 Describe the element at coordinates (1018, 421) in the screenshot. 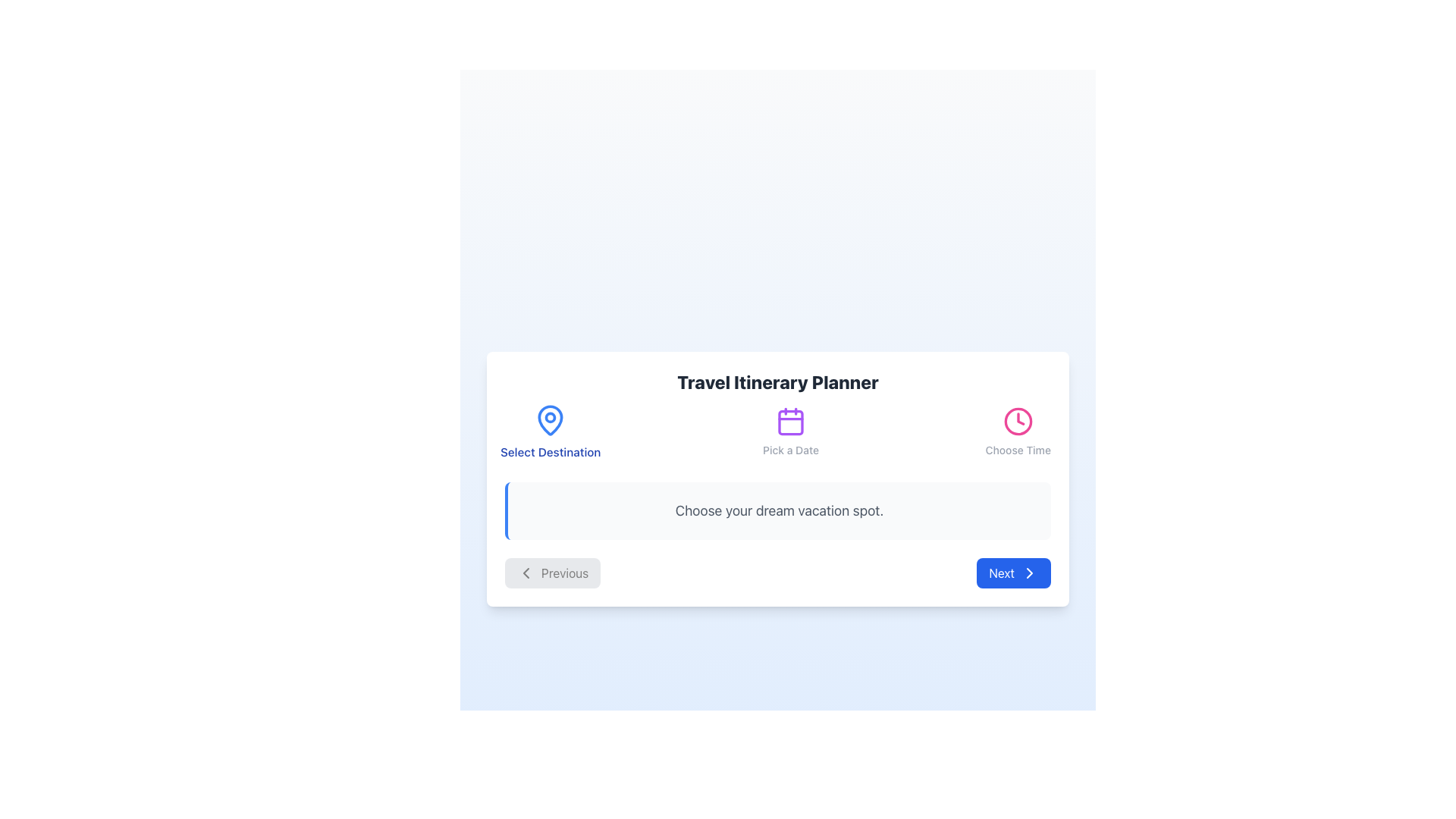

I see `the clock icon with a pink outline and gradient fill located in the 'Choose Time' section, which is the rightmost option in a horizontal group of three` at that location.